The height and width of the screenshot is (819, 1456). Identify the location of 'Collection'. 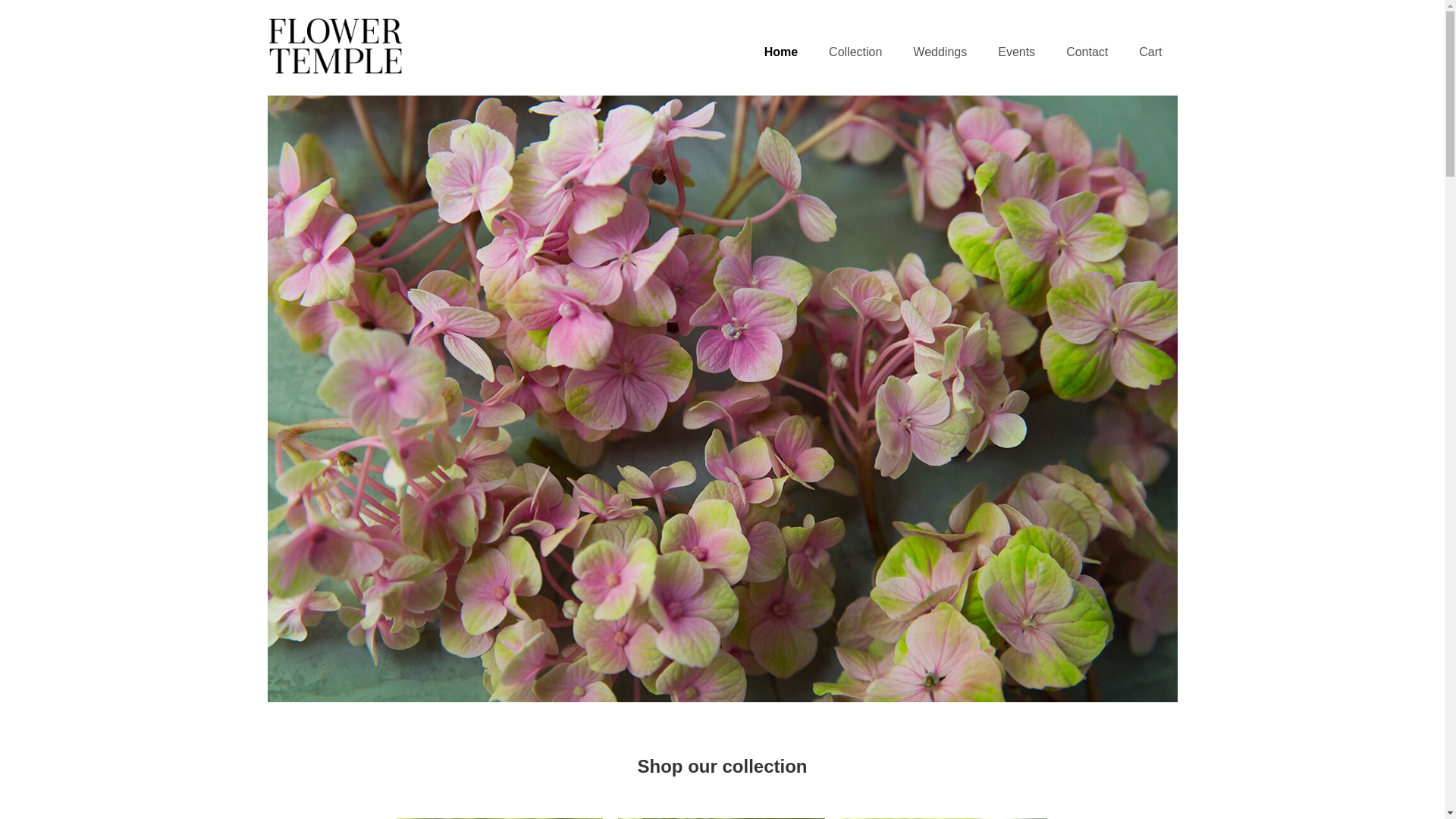
(855, 52).